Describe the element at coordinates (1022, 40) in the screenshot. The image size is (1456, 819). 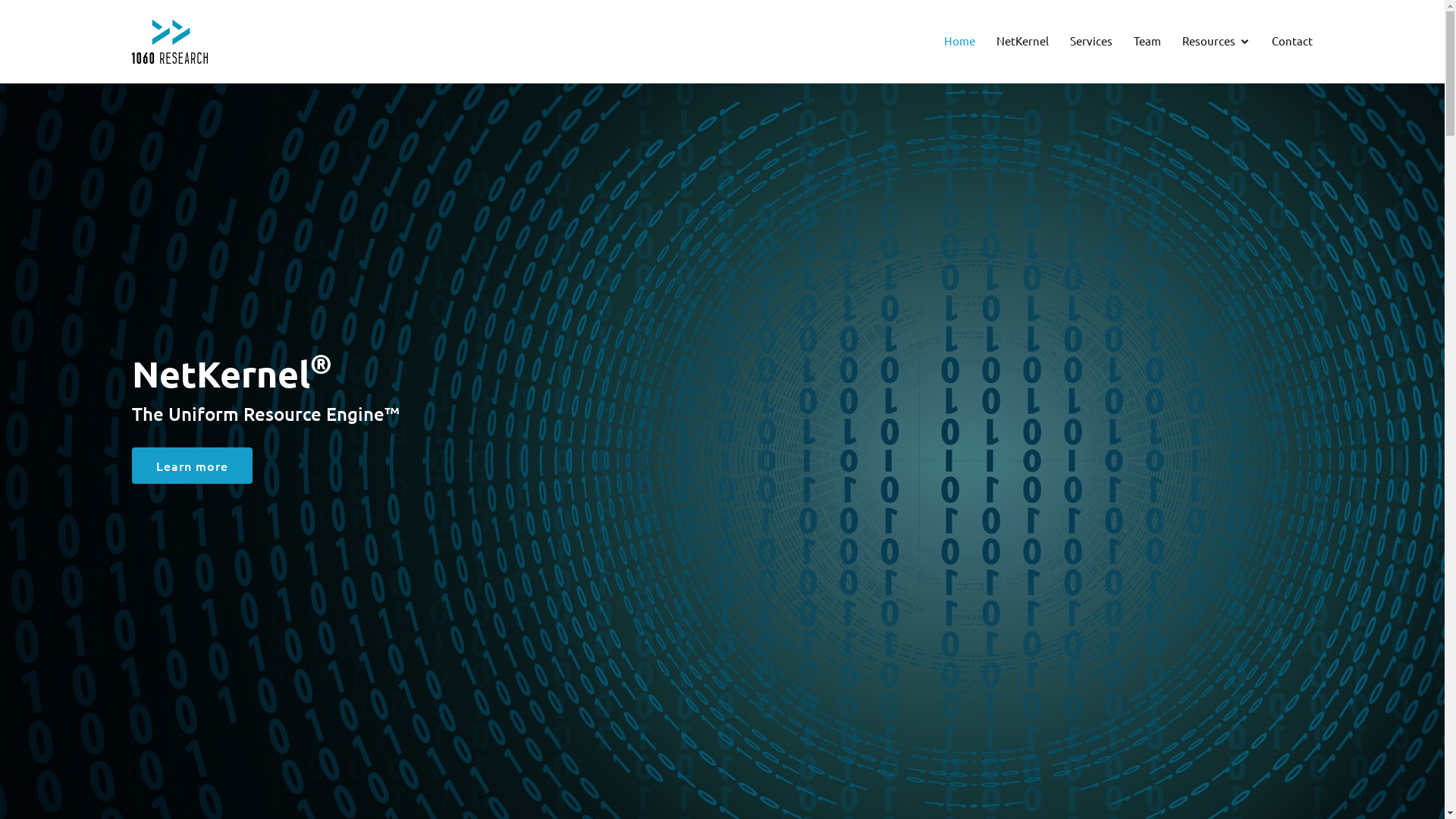
I see `'NetKernel'` at that location.